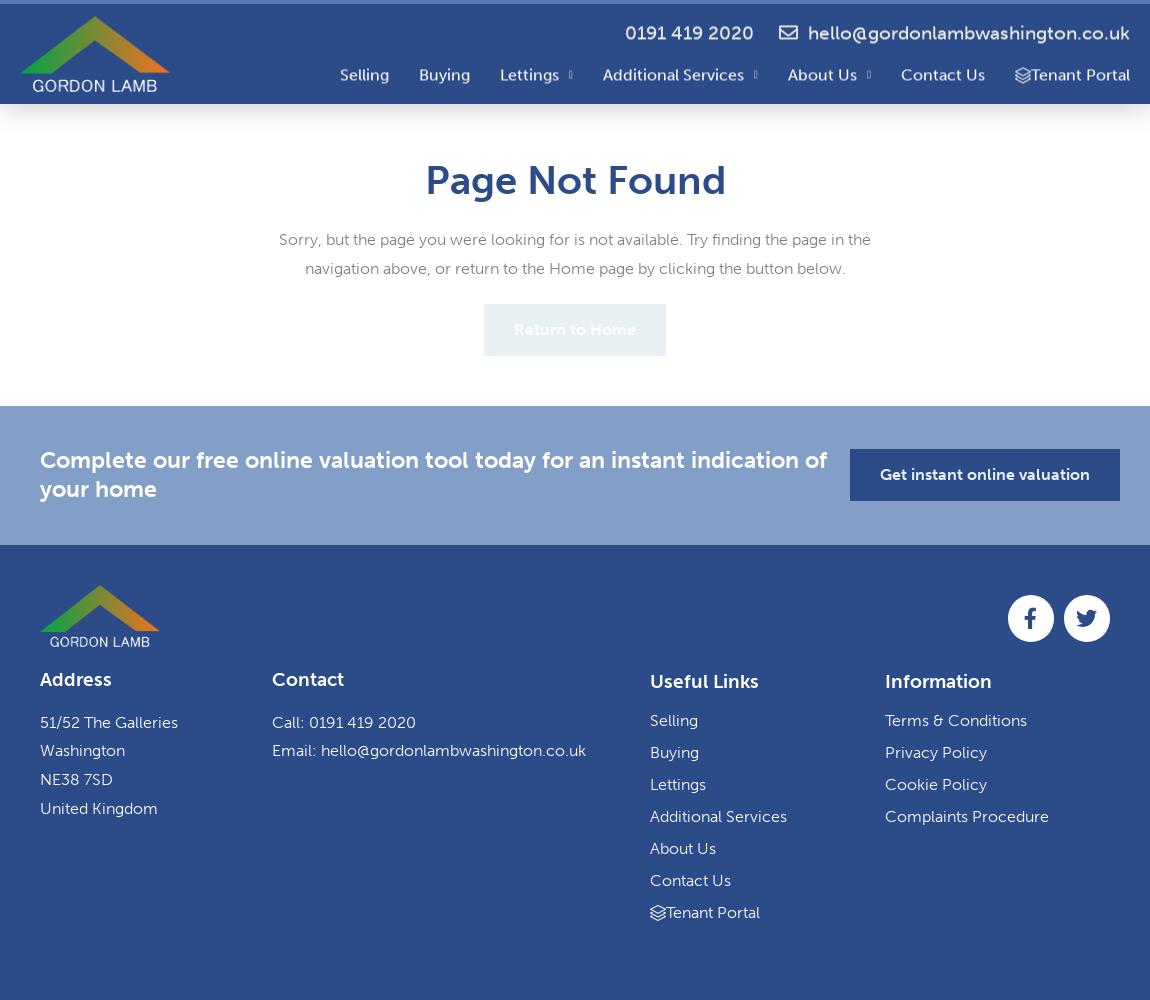  Describe the element at coordinates (884, 814) in the screenshot. I see `'Complaints Procedure'` at that location.